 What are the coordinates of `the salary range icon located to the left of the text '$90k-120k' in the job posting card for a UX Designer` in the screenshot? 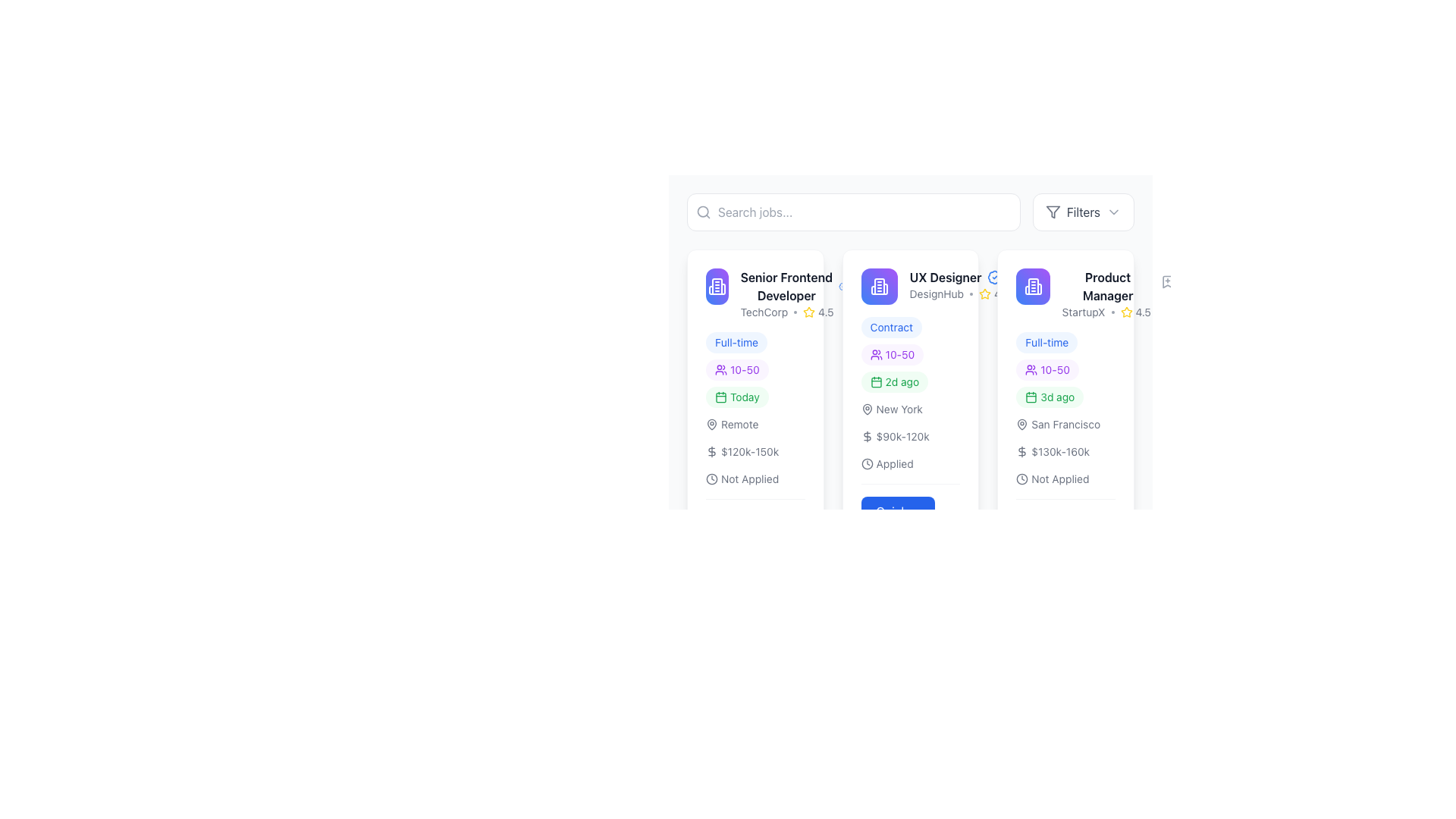 It's located at (867, 436).